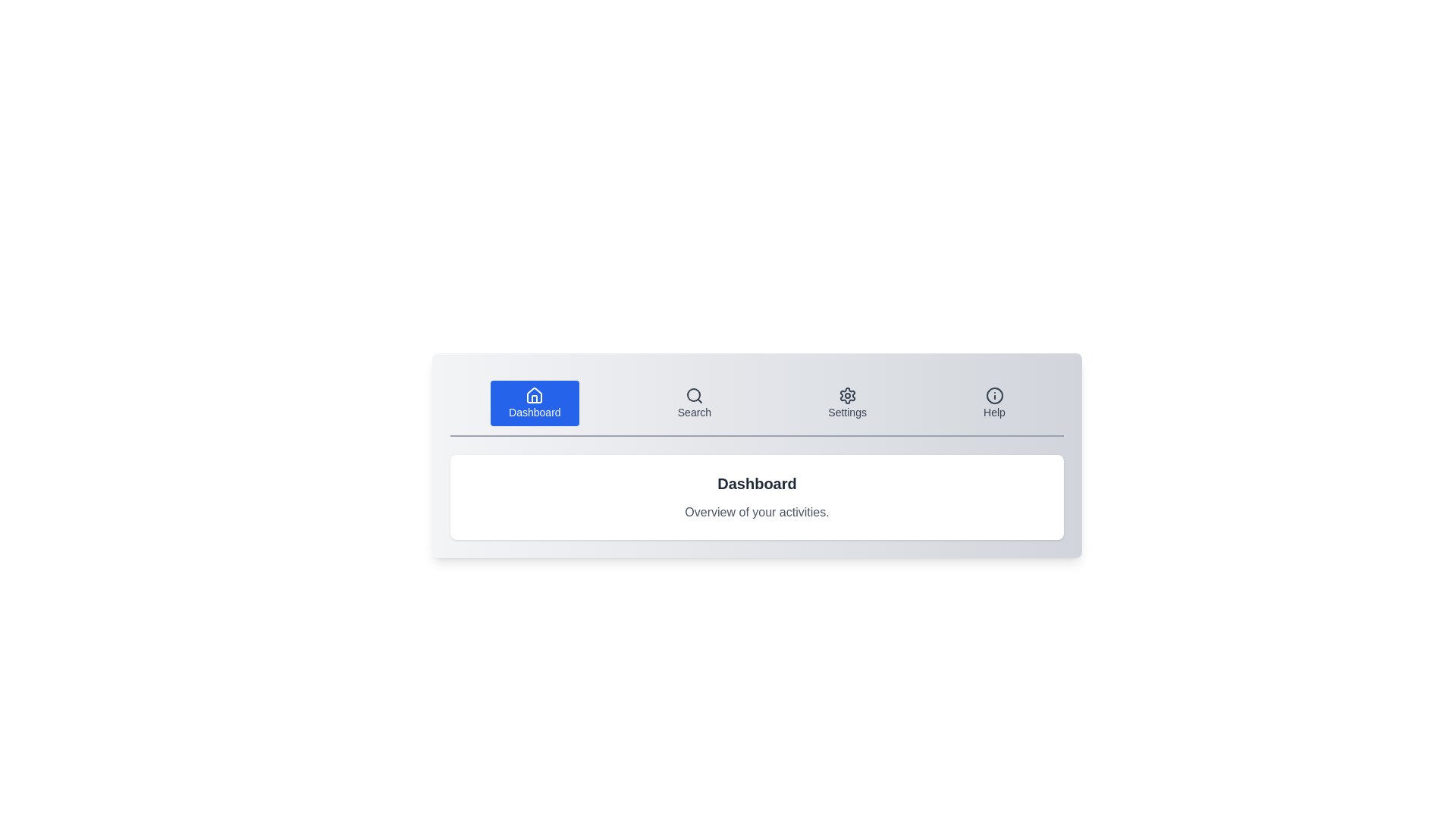 This screenshot has height=819, width=1456. Describe the element at coordinates (694, 403) in the screenshot. I see `the Search tab by clicking its corresponding button` at that location.